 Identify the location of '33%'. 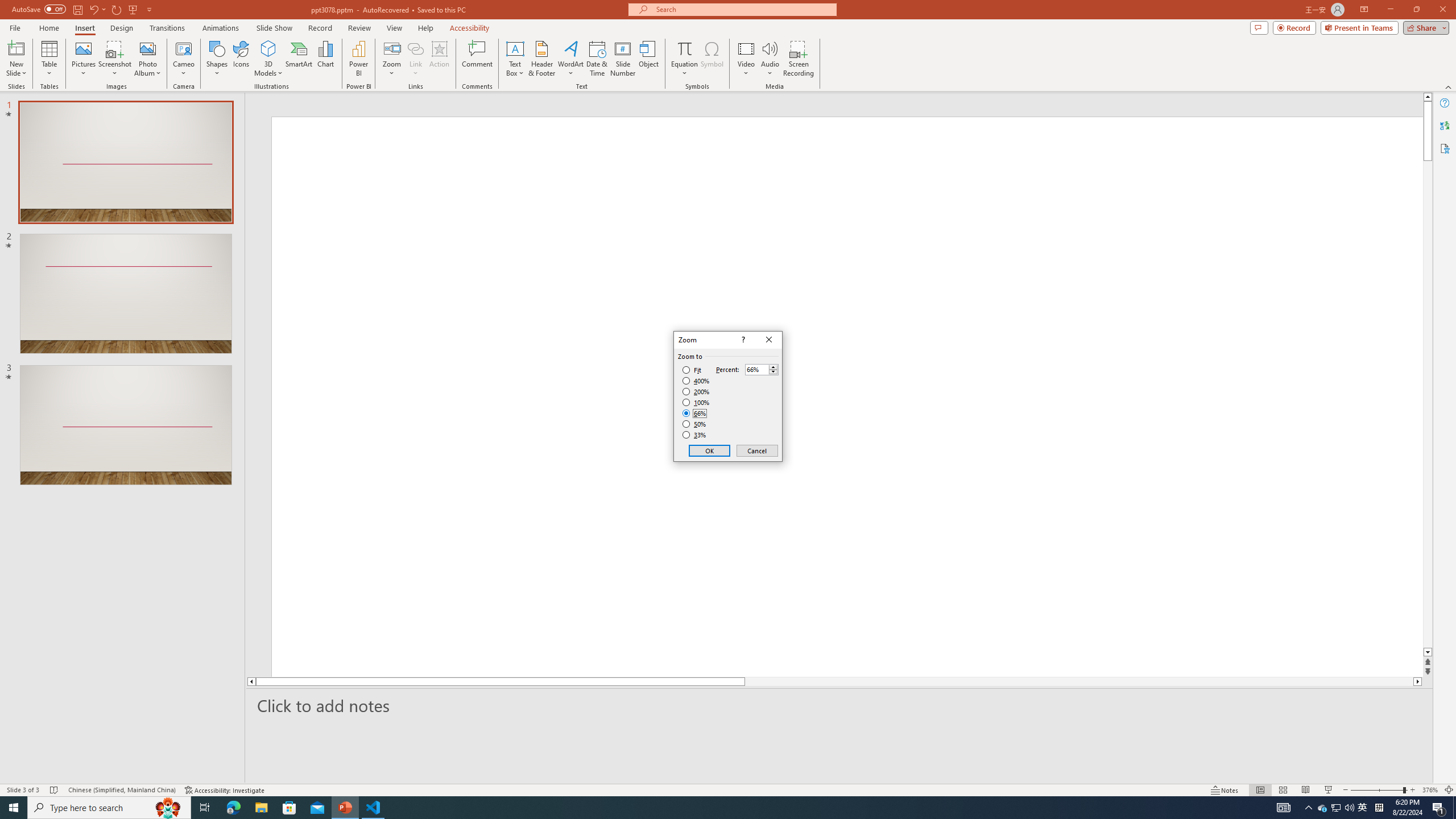
(695, 435).